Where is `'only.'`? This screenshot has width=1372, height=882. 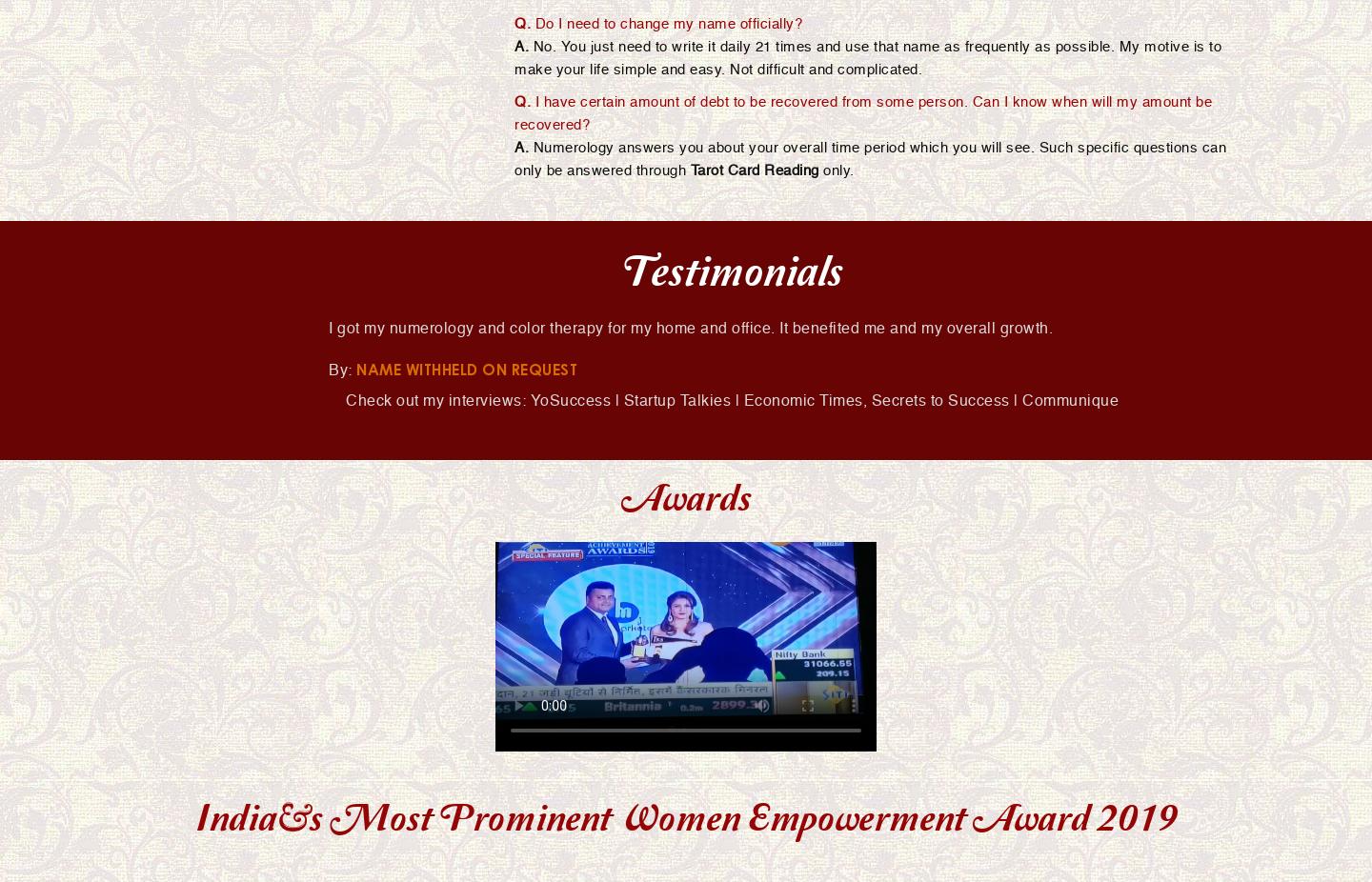
'only.' is located at coordinates (835, 169).